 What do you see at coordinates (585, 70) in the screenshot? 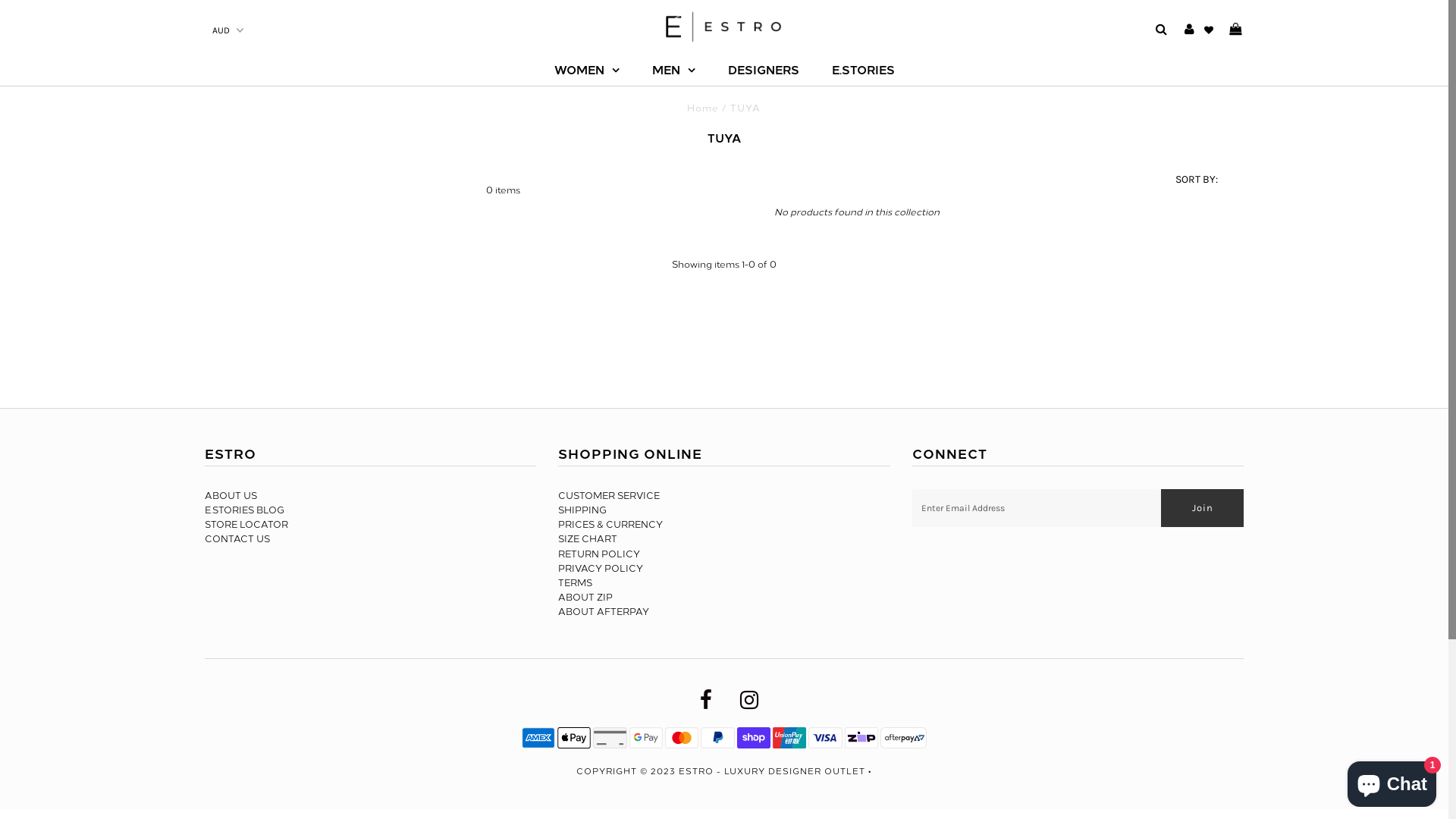
I see `'WOMEN'` at bounding box center [585, 70].